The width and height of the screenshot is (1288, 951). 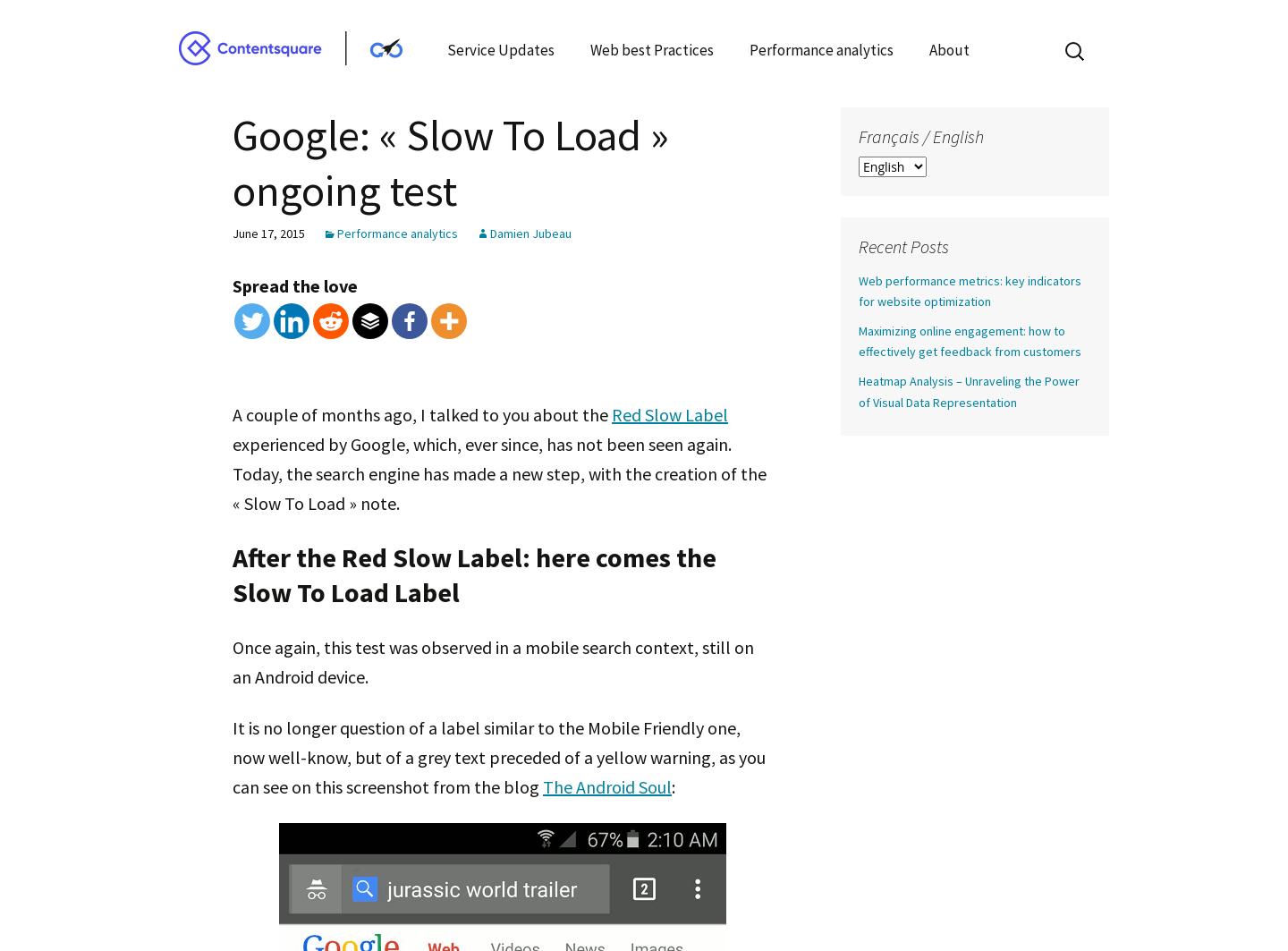 What do you see at coordinates (672, 785) in the screenshot?
I see `':'` at bounding box center [672, 785].